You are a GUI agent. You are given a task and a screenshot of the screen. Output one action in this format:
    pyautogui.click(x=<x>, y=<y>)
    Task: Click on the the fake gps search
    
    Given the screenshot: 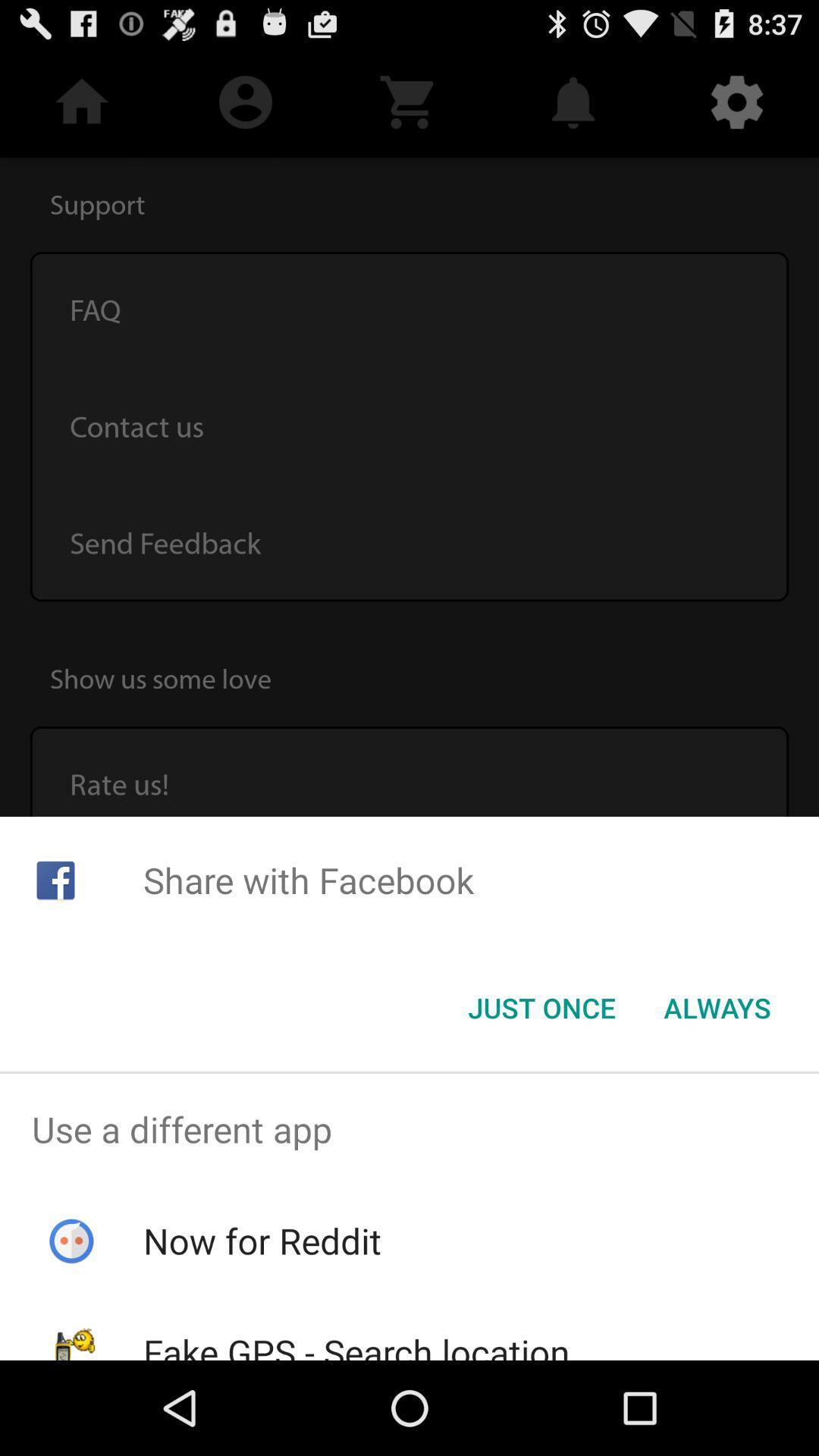 What is the action you would take?
    pyautogui.click(x=356, y=1344)
    